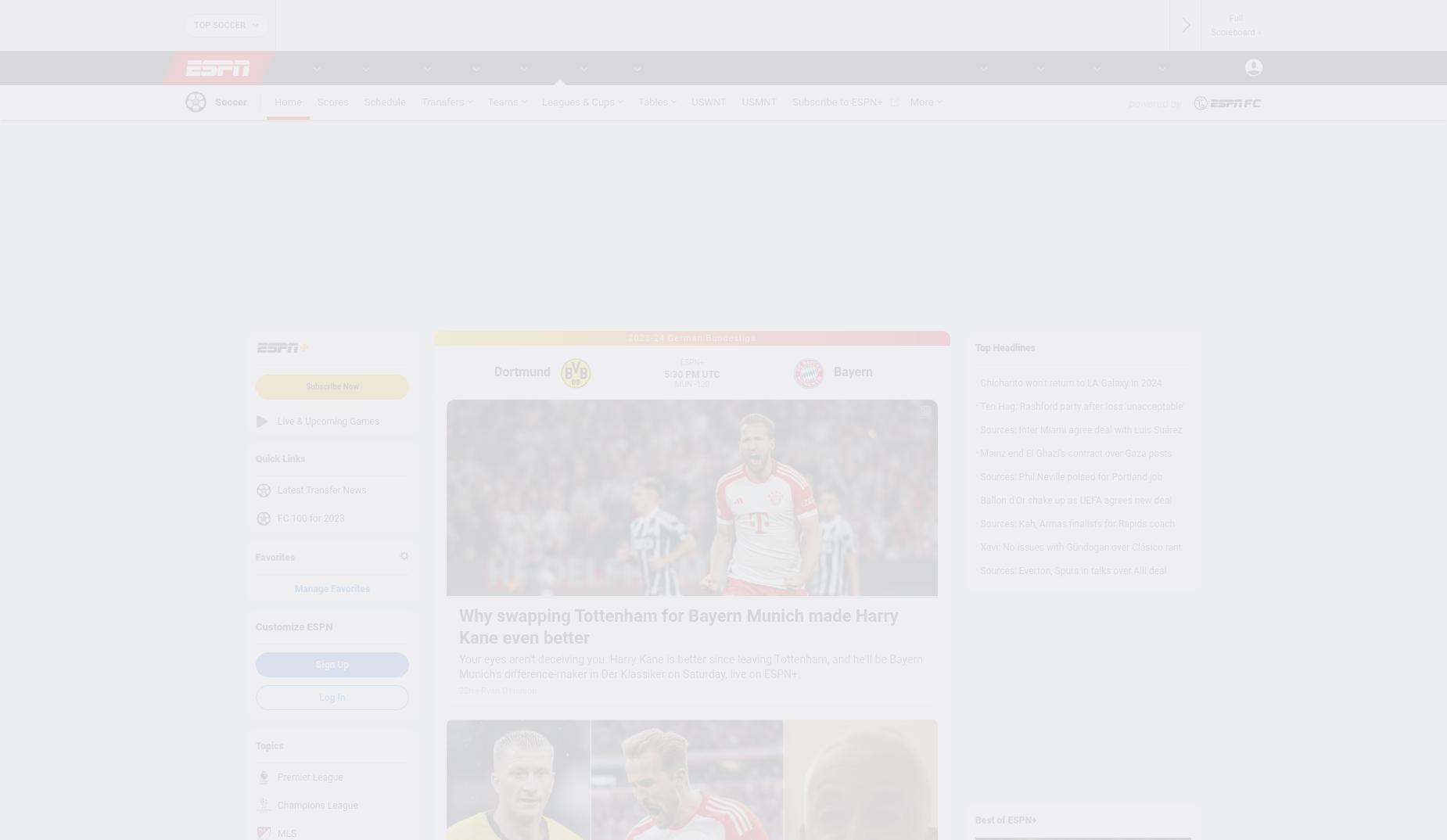 This screenshot has width=1447, height=840. Describe the element at coordinates (268, 745) in the screenshot. I see `'Topics'` at that location.